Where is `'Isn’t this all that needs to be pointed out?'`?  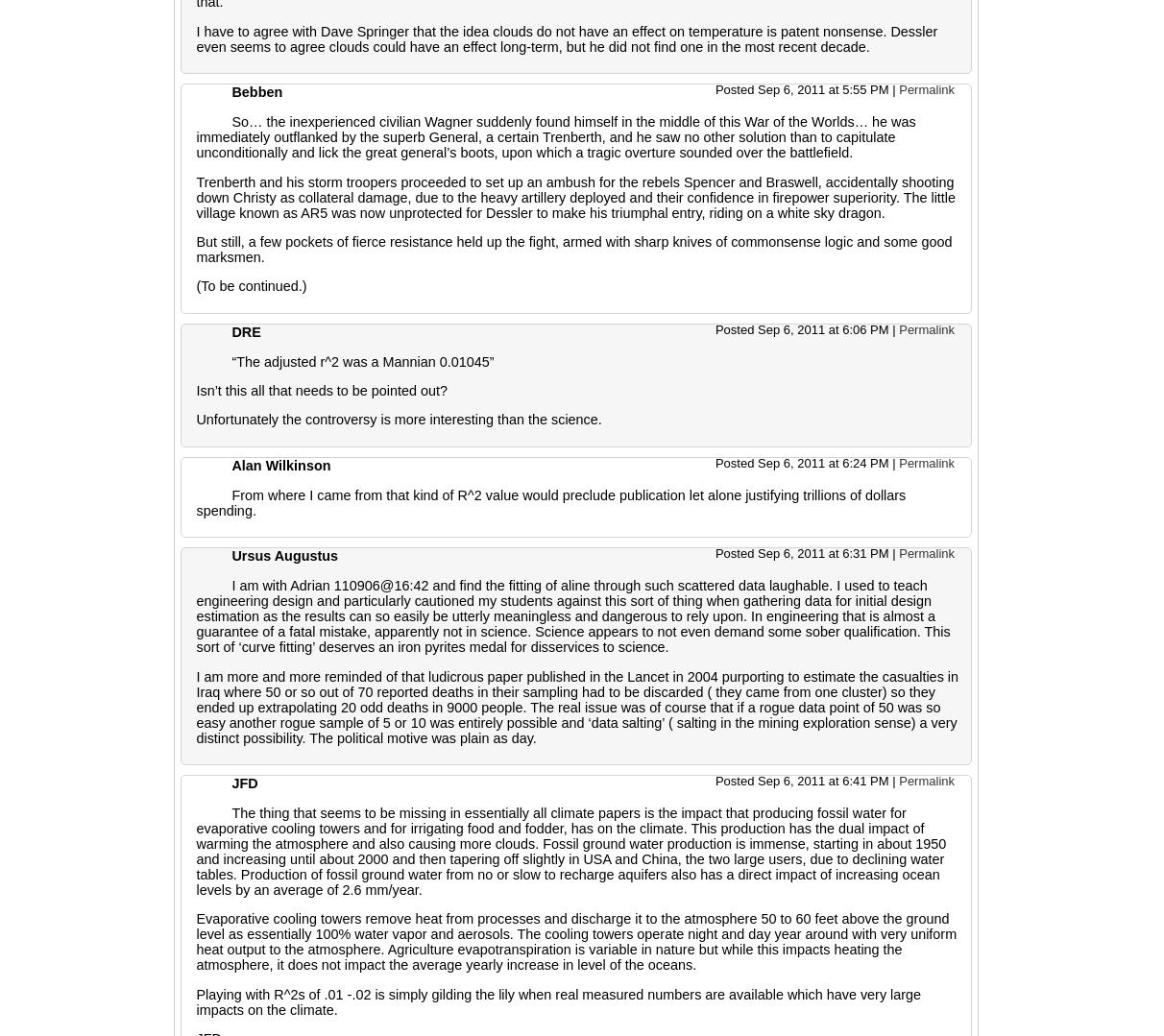
'Isn’t this all that needs to be pointed out?' is located at coordinates (320, 389).